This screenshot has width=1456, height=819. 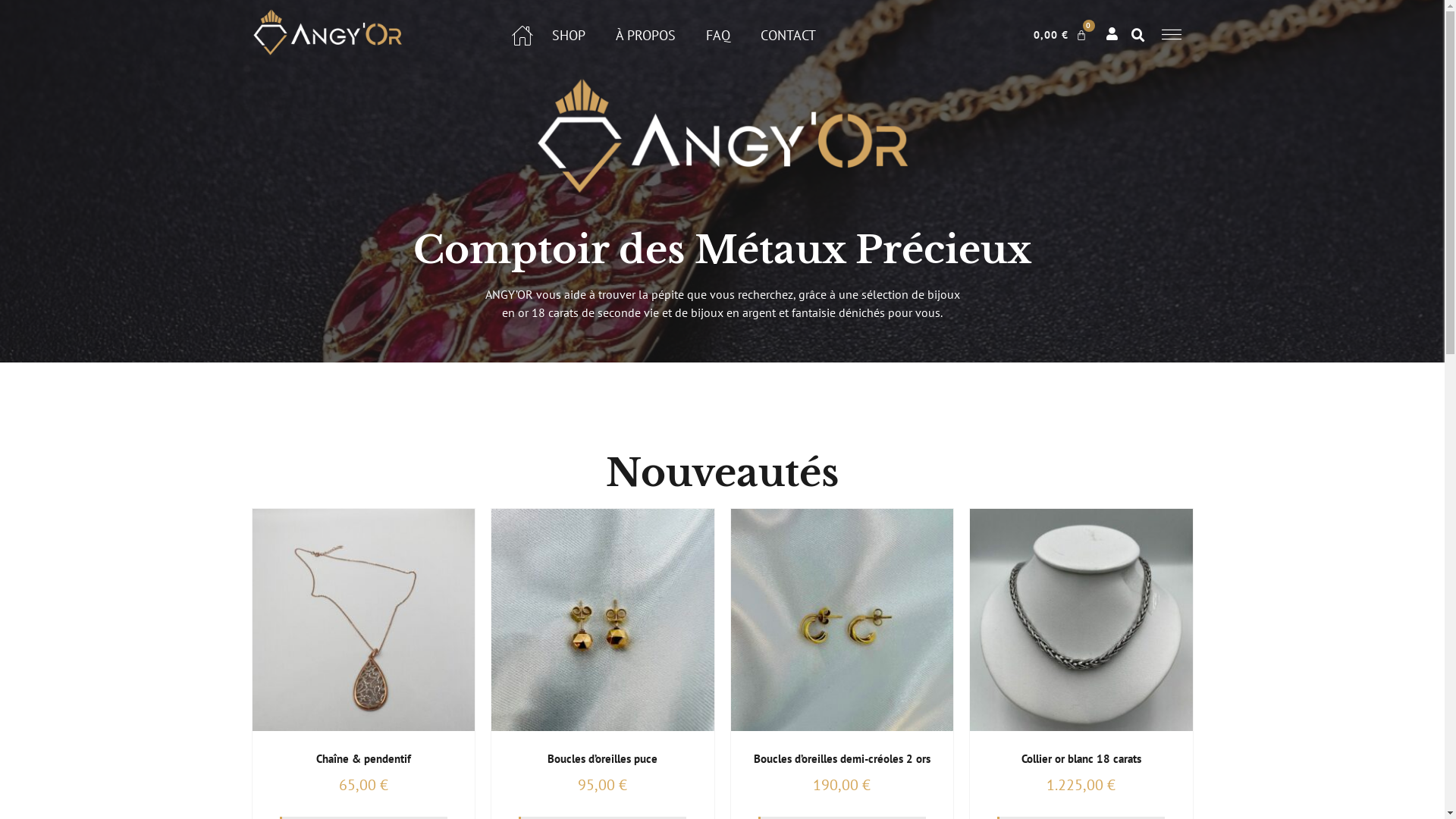 I want to click on 'FAQ', so click(x=717, y=34).